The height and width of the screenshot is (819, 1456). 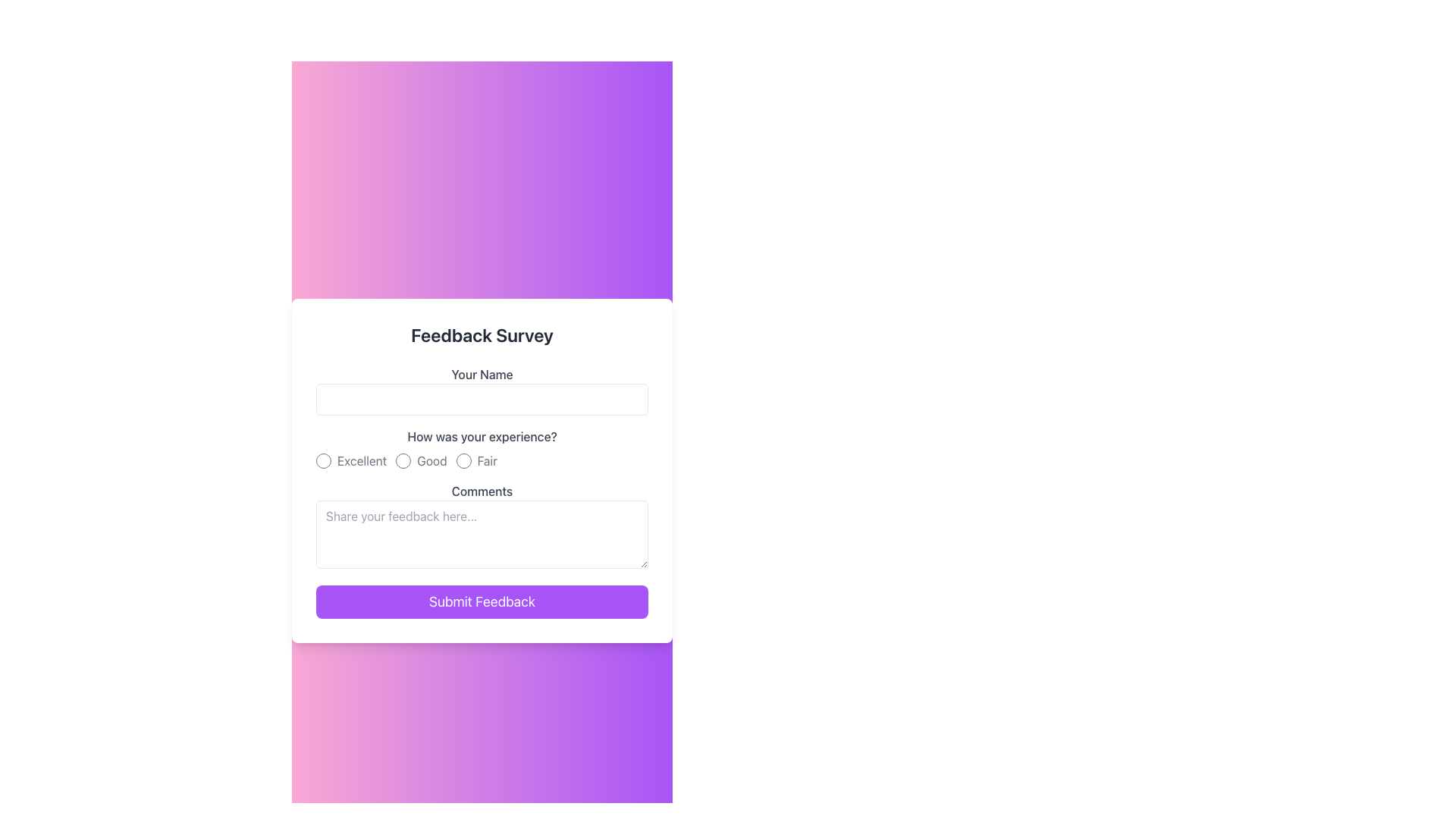 I want to click on the text label containing the word 'Fair', which is aligned to the right of its associated radio button under the question 'How was your experience?', so click(x=487, y=460).